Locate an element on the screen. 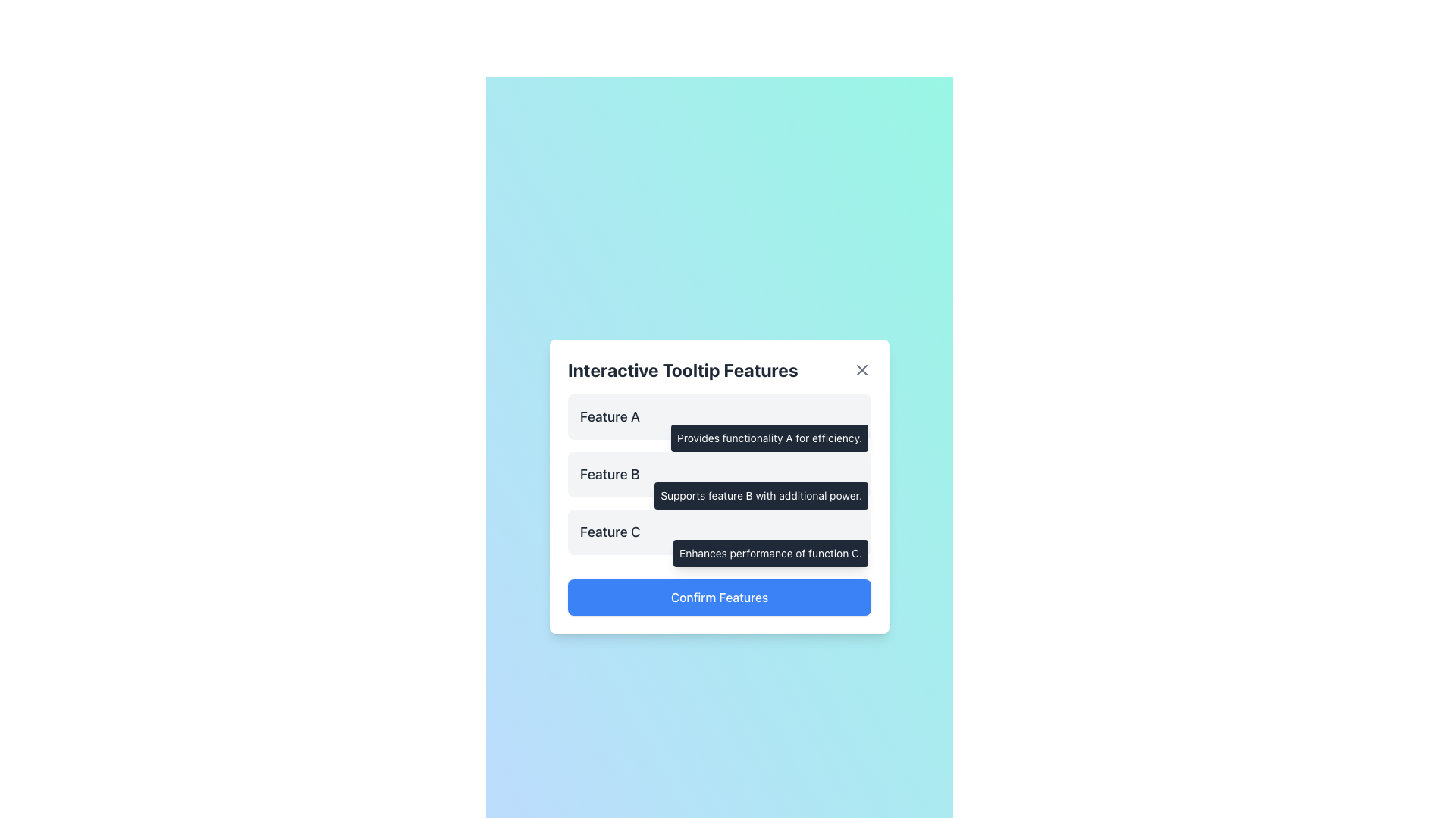 This screenshot has height=819, width=1456. the 'Confirm Features' button, which is a horizontally-aligned button with rounded corners, vibrant blue color, and white bold text, located at the bottom of the 'Interactive Tooltip Features' modal is located at coordinates (719, 590).